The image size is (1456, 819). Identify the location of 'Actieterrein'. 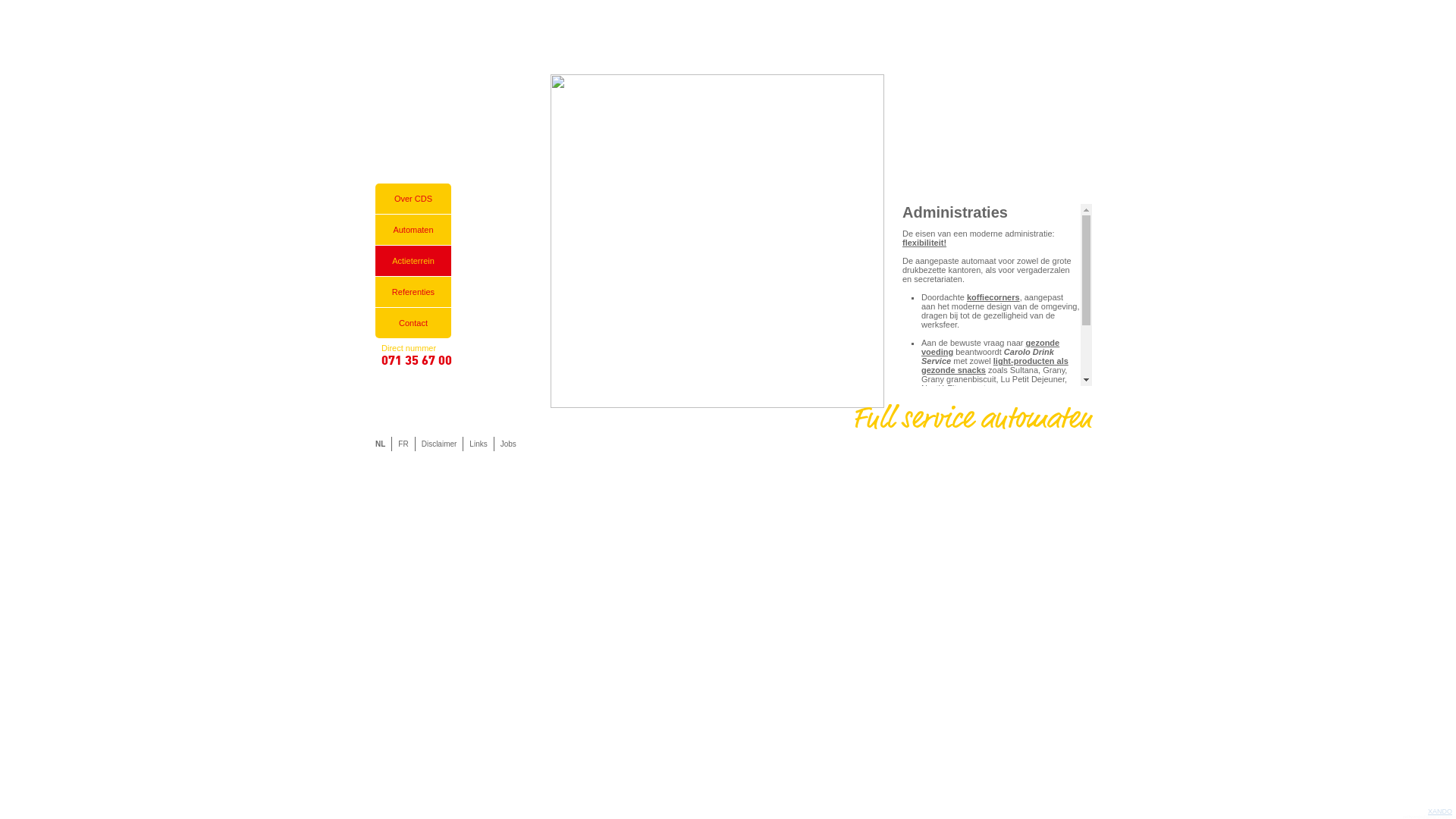
(413, 259).